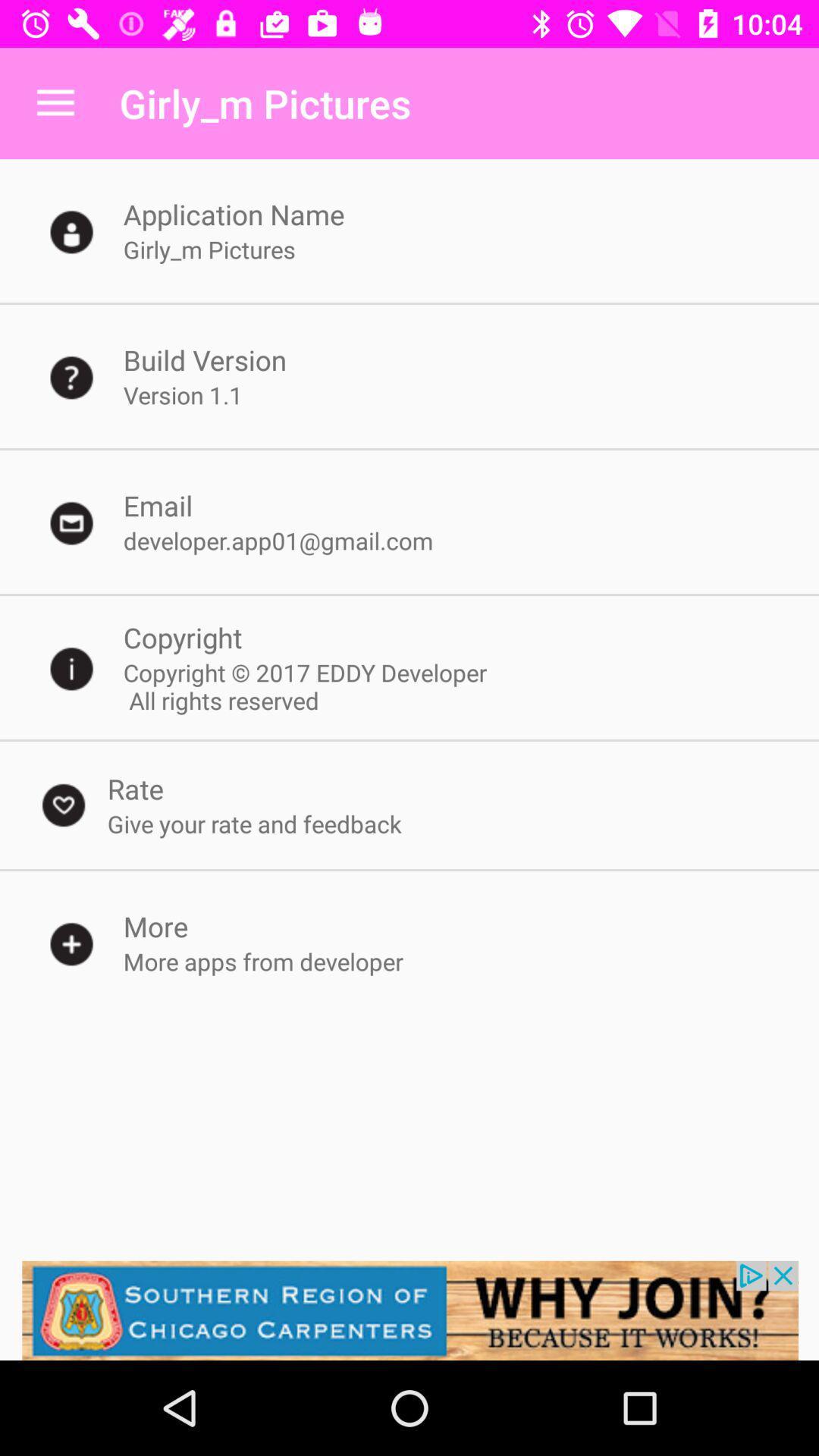 The height and width of the screenshot is (1456, 819). I want to click on open advertisement, so click(409, 1310).